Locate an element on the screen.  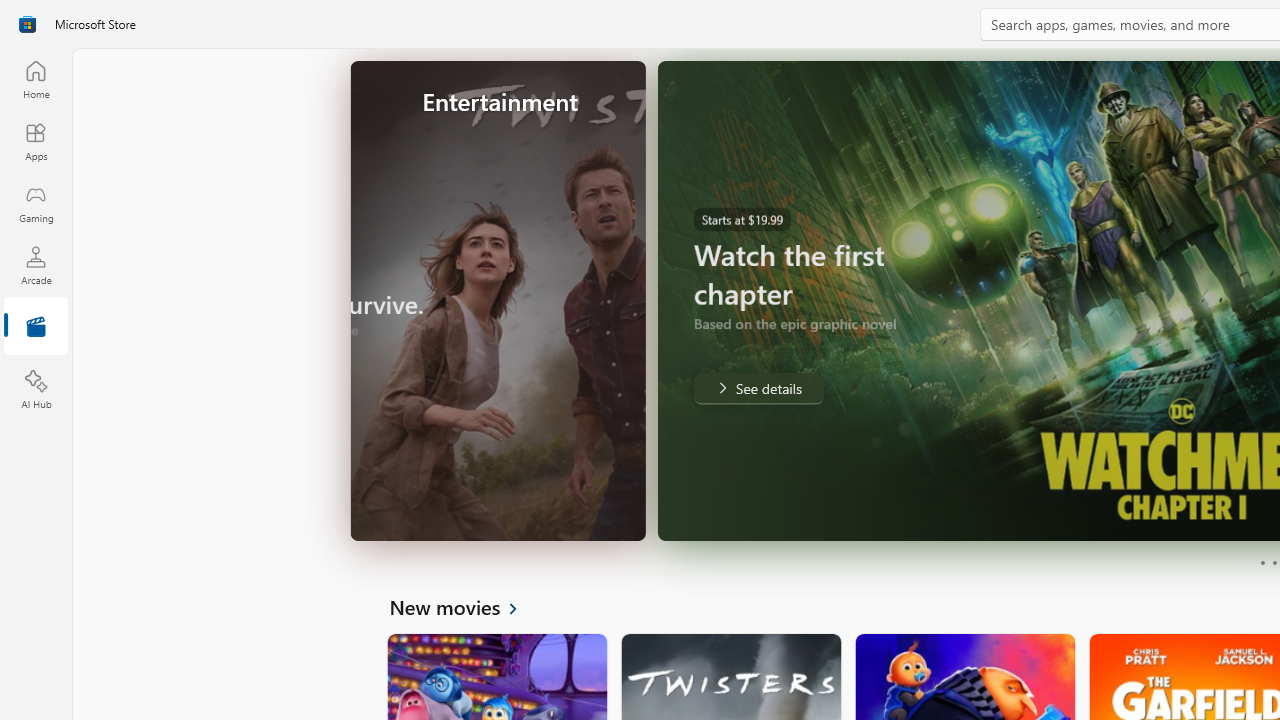
'Class: Image' is located at coordinates (27, 24).